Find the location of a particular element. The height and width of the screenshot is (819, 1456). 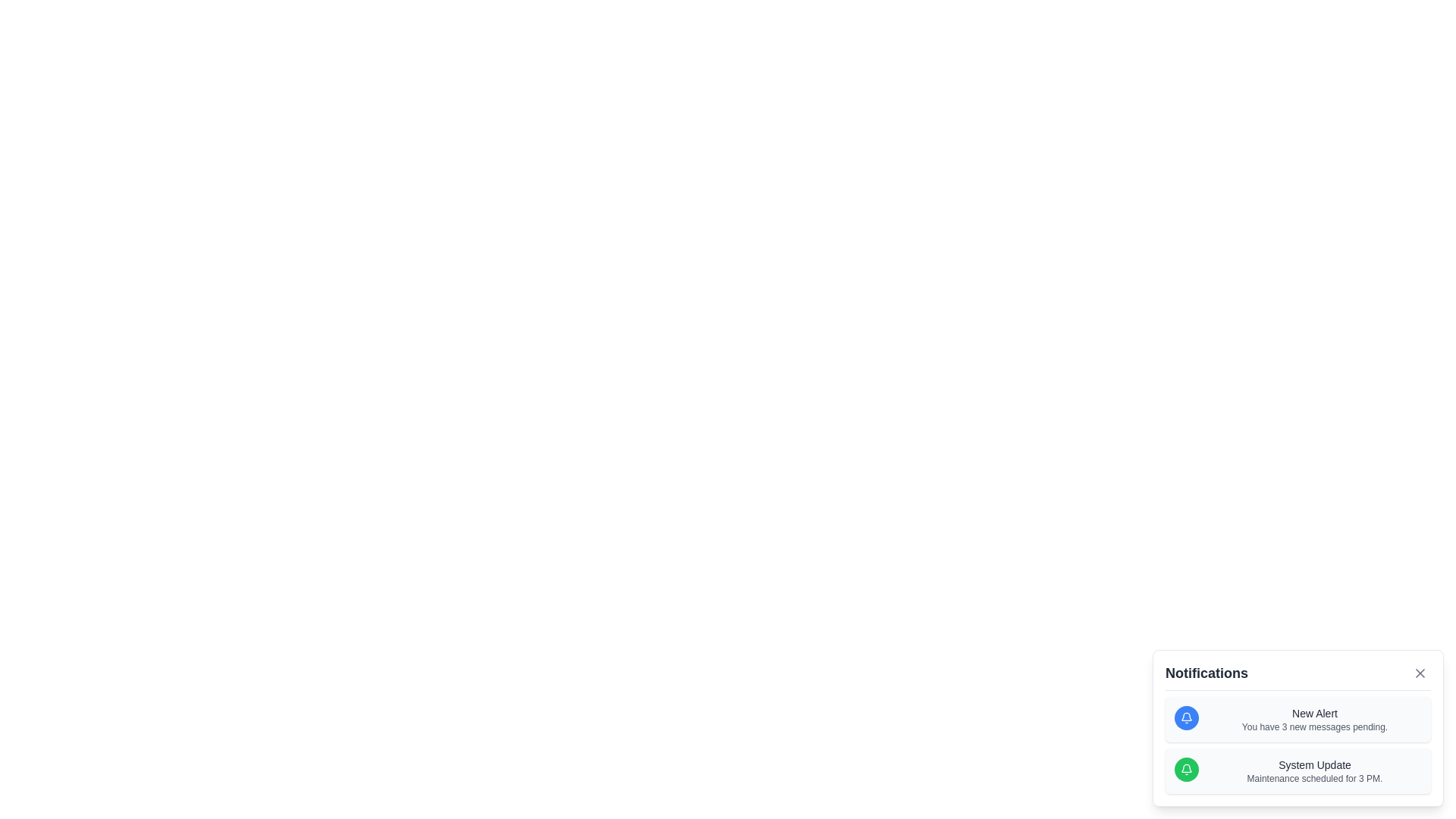

the dismiss button in the top-right corner of the notifications panel is located at coordinates (1419, 672).